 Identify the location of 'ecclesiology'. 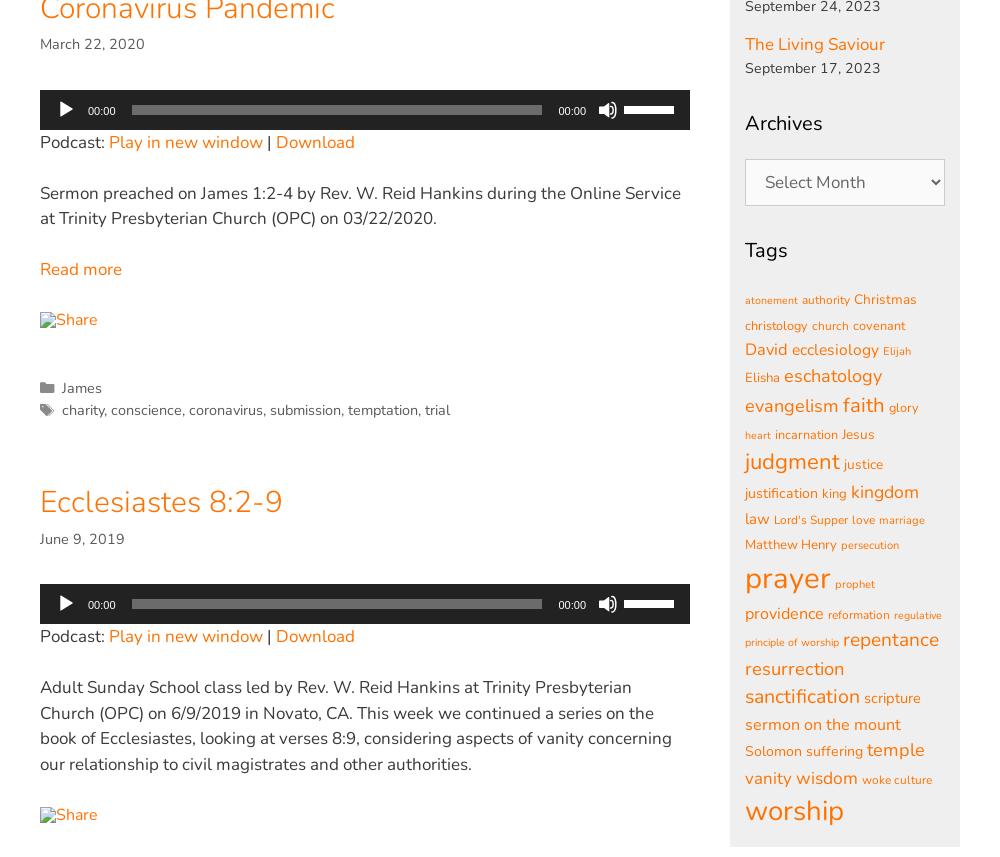
(834, 349).